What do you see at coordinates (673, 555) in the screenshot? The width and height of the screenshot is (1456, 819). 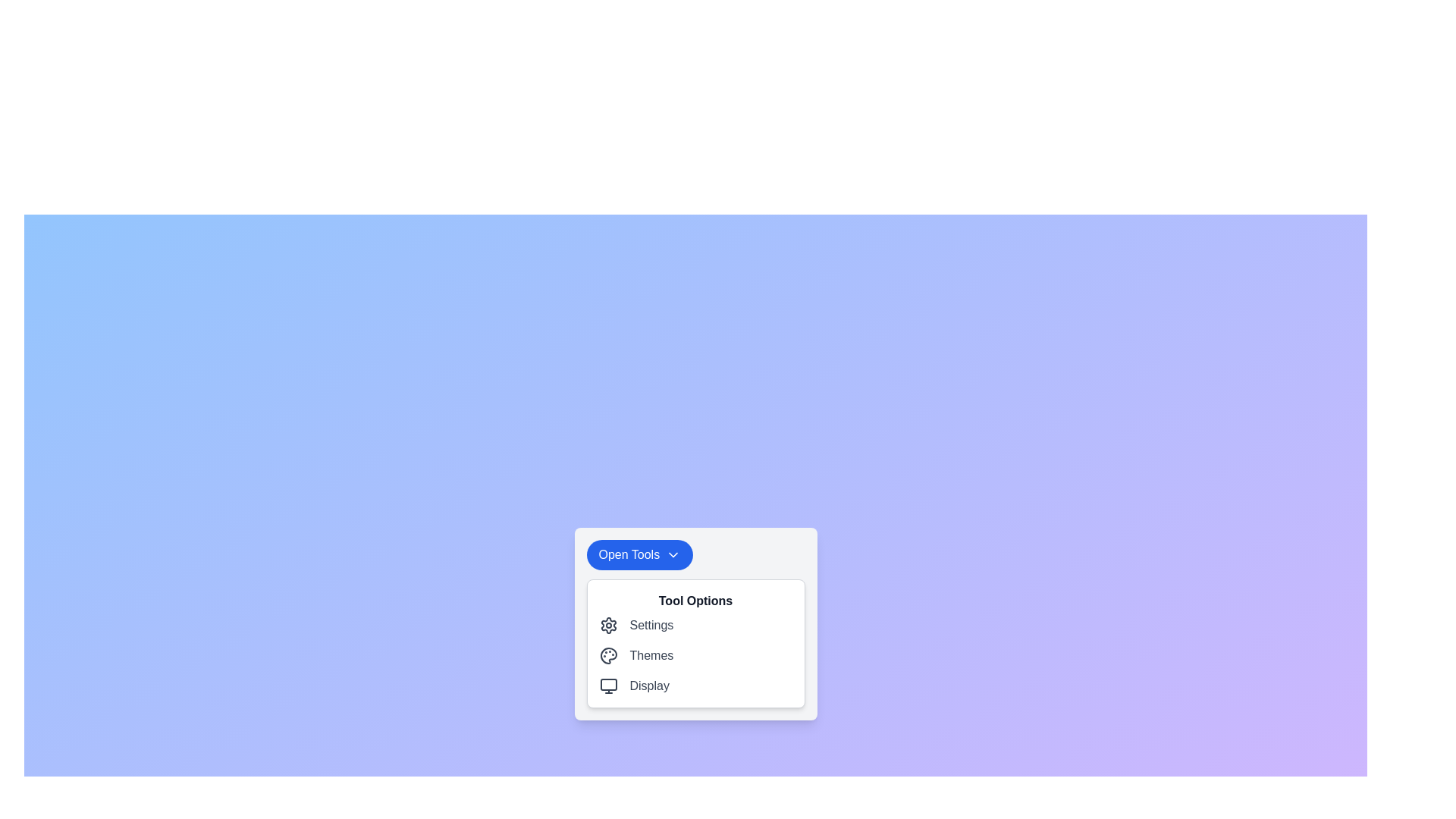 I see `the chevron icon located on the right side of the 'Open Tools' button to indicate interactivity` at bounding box center [673, 555].